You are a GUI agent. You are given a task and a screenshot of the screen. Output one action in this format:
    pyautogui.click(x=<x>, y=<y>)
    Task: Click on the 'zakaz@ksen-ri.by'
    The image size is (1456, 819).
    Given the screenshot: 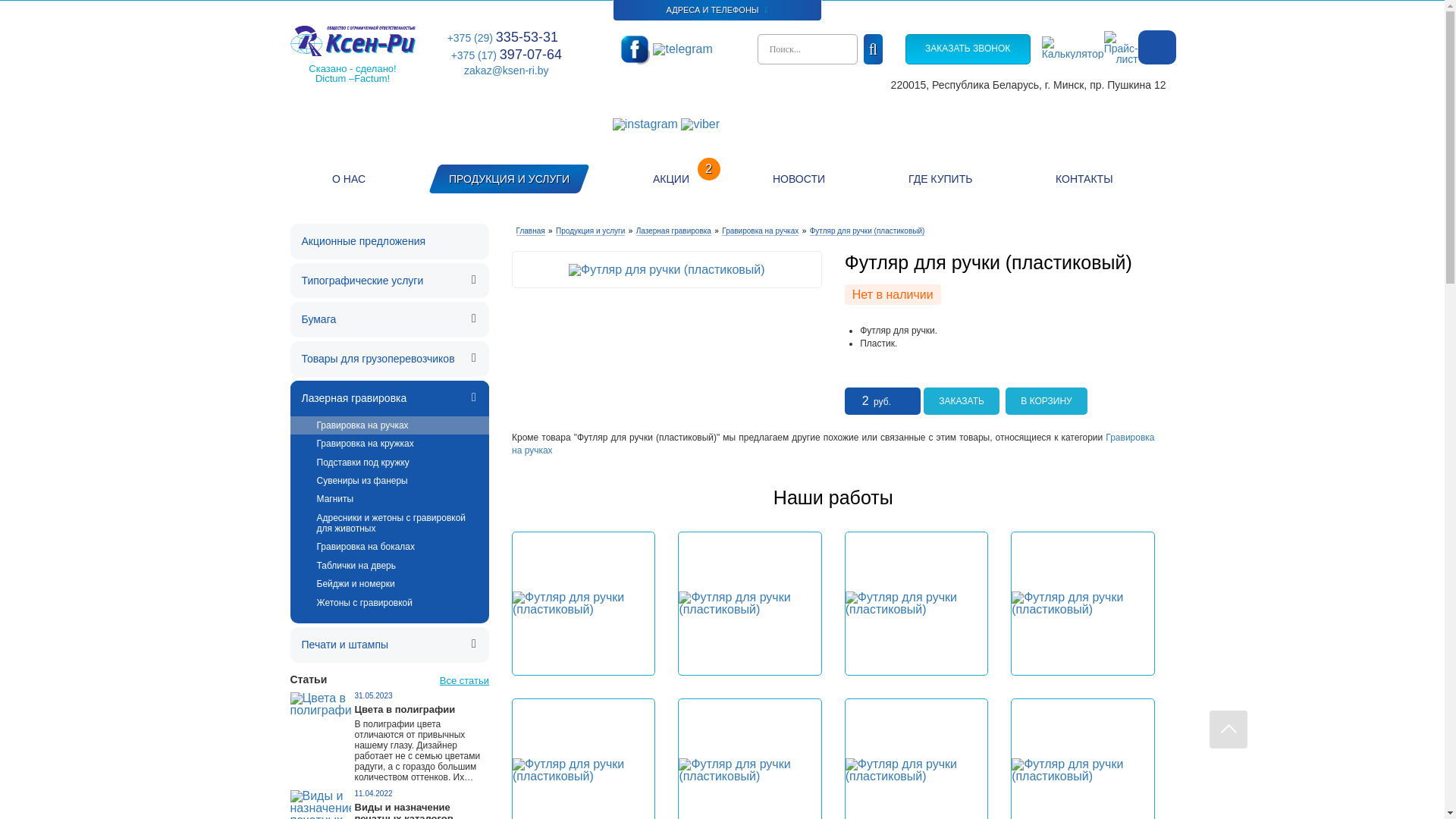 What is the action you would take?
    pyautogui.click(x=506, y=70)
    